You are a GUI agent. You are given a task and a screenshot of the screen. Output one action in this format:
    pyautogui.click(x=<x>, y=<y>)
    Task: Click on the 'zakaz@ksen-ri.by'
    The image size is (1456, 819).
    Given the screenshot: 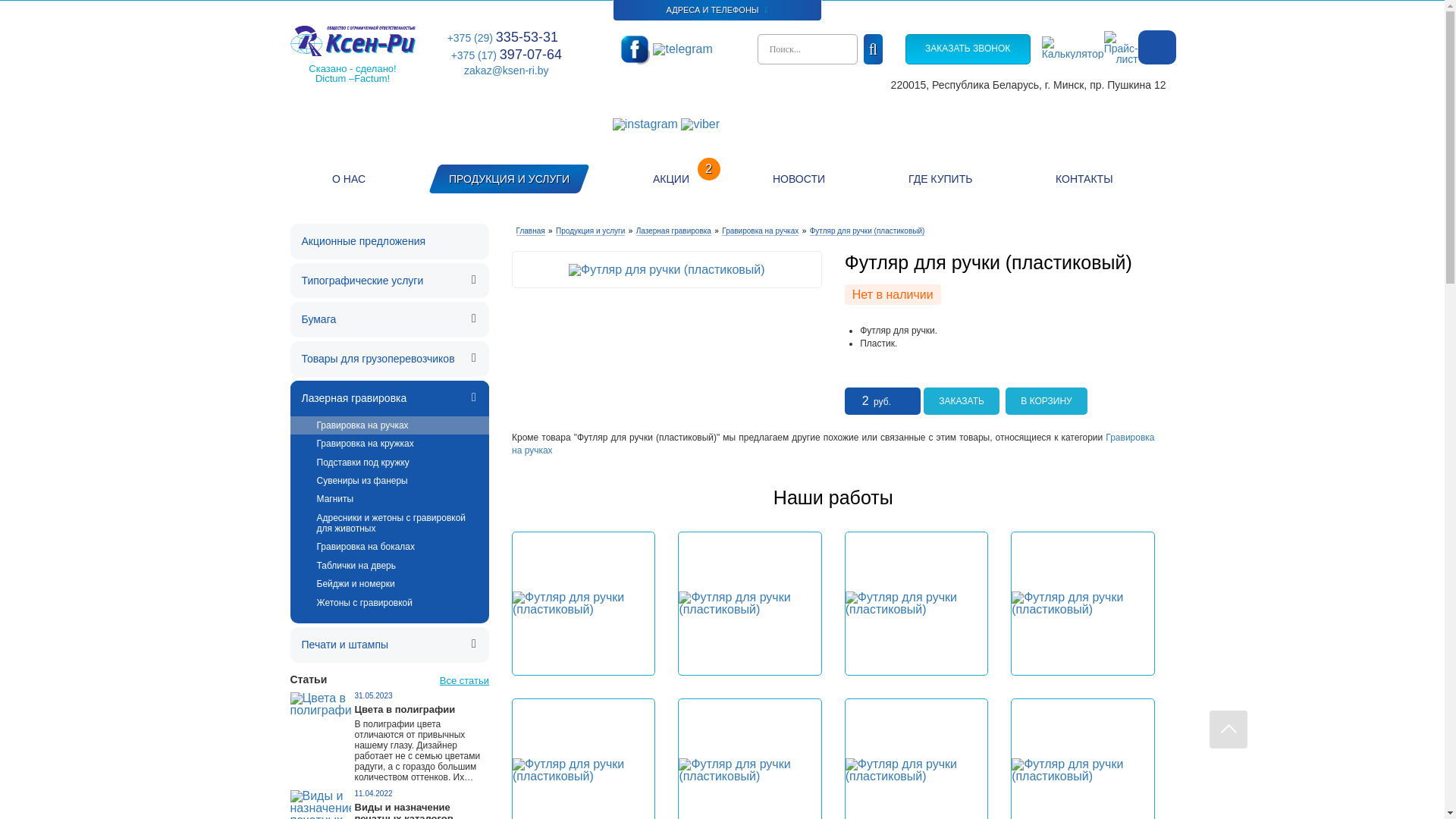 What is the action you would take?
    pyautogui.click(x=506, y=70)
    